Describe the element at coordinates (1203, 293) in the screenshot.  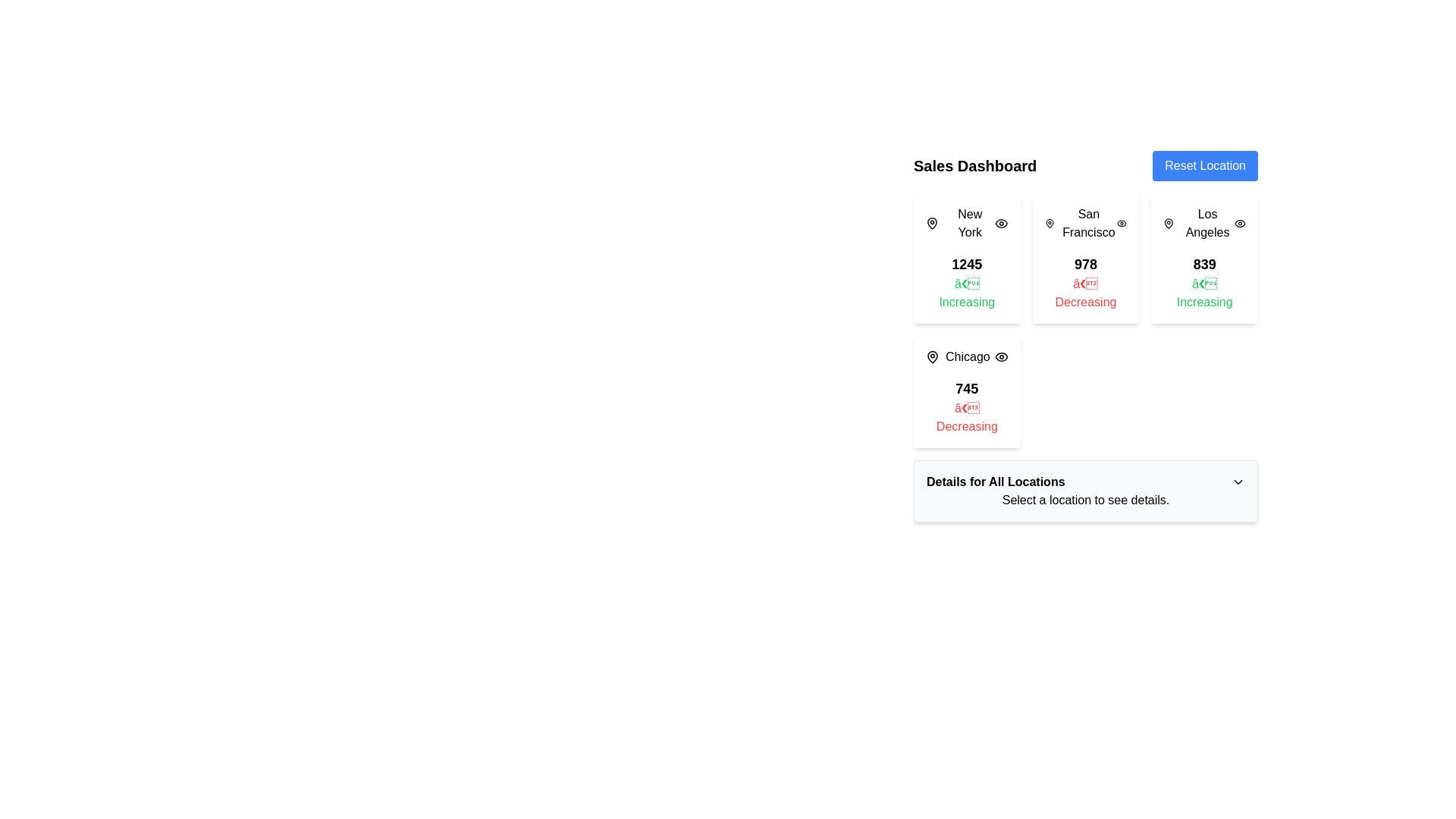
I see `text label that indicates the trend for the numerical data in the Los Angeles card, which displays '↑ Increasing' in green font color` at that location.